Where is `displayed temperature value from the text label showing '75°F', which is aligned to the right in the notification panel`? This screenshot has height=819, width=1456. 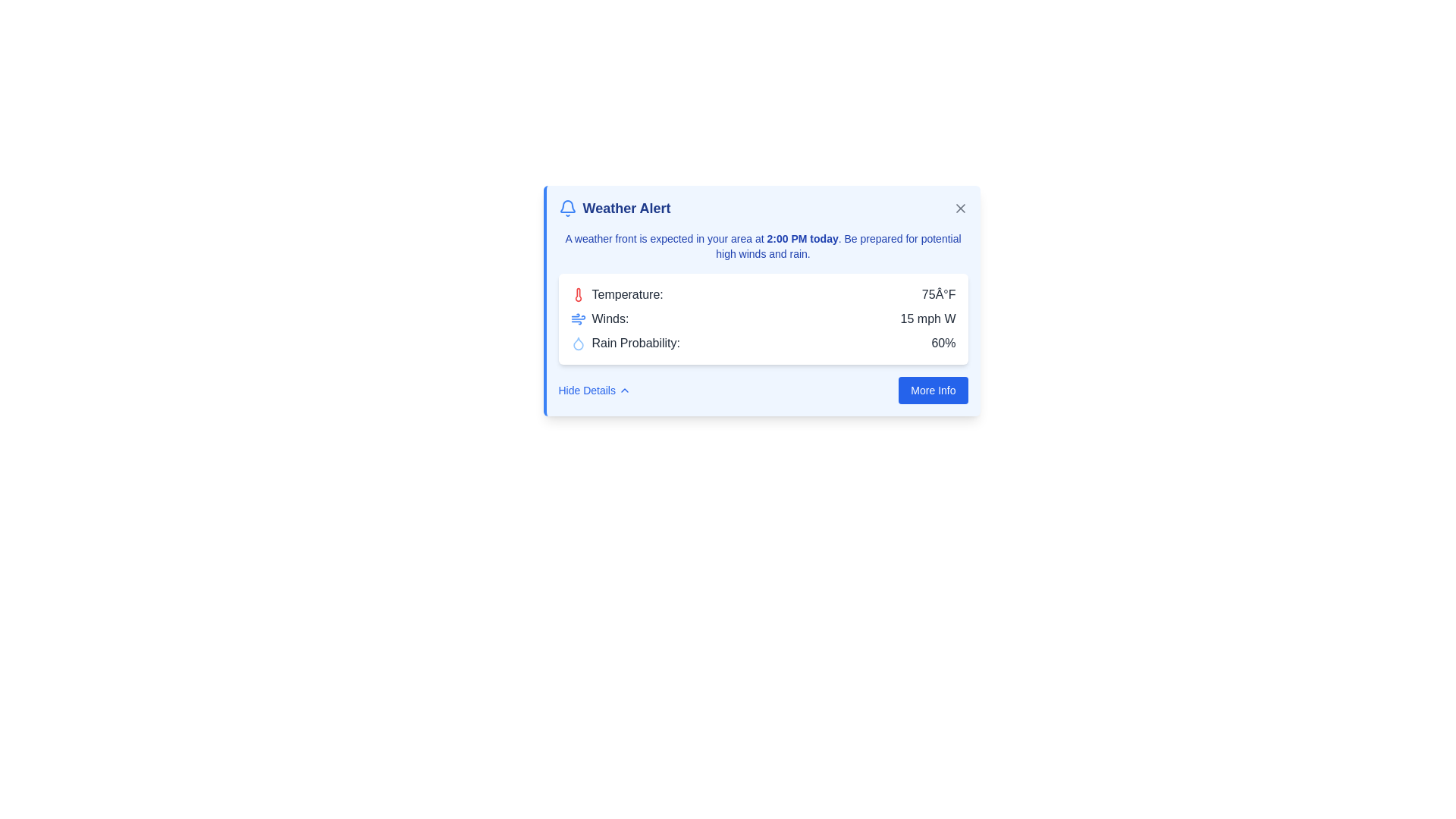 displayed temperature value from the text label showing '75°F', which is aligned to the right in the notification panel is located at coordinates (938, 295).